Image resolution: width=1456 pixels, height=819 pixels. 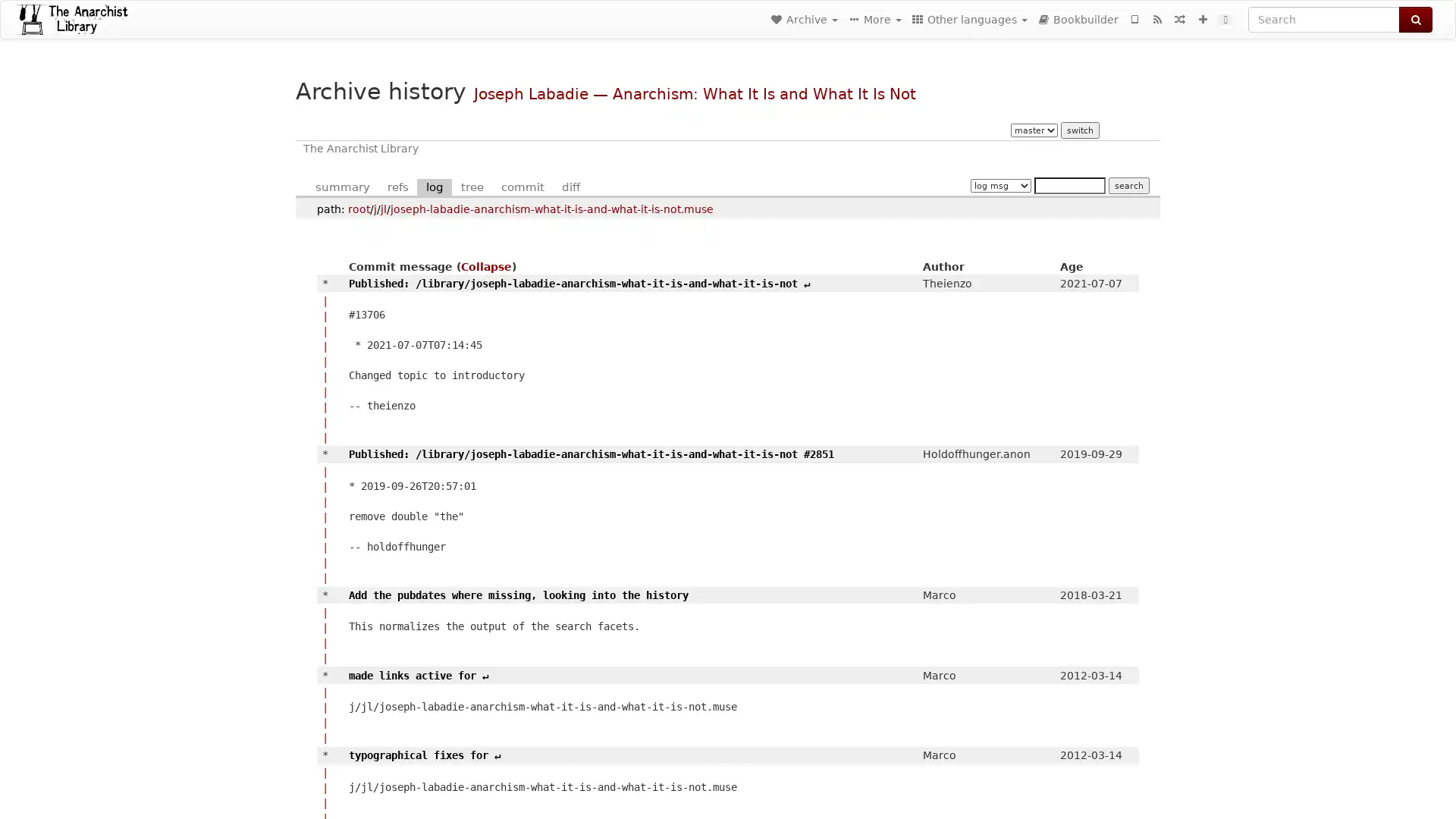 What do you see at coordinates (1415, 20) in the screenshot?
I see `Search` at bounding box center [1415, 20].